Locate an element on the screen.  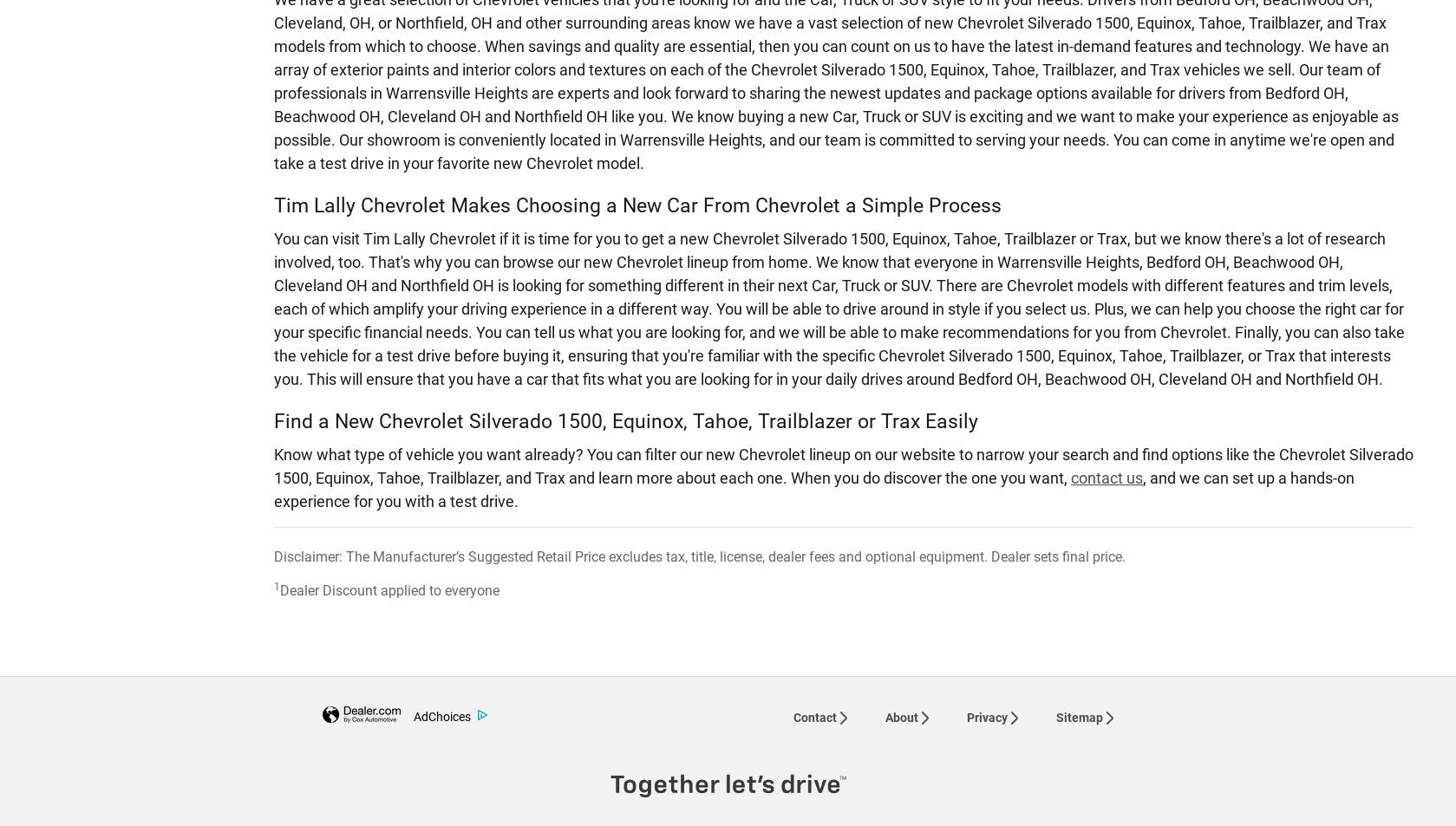
', and we can set up a hands-on experience for you with a test drive.' is located at coordinates (813, 488).